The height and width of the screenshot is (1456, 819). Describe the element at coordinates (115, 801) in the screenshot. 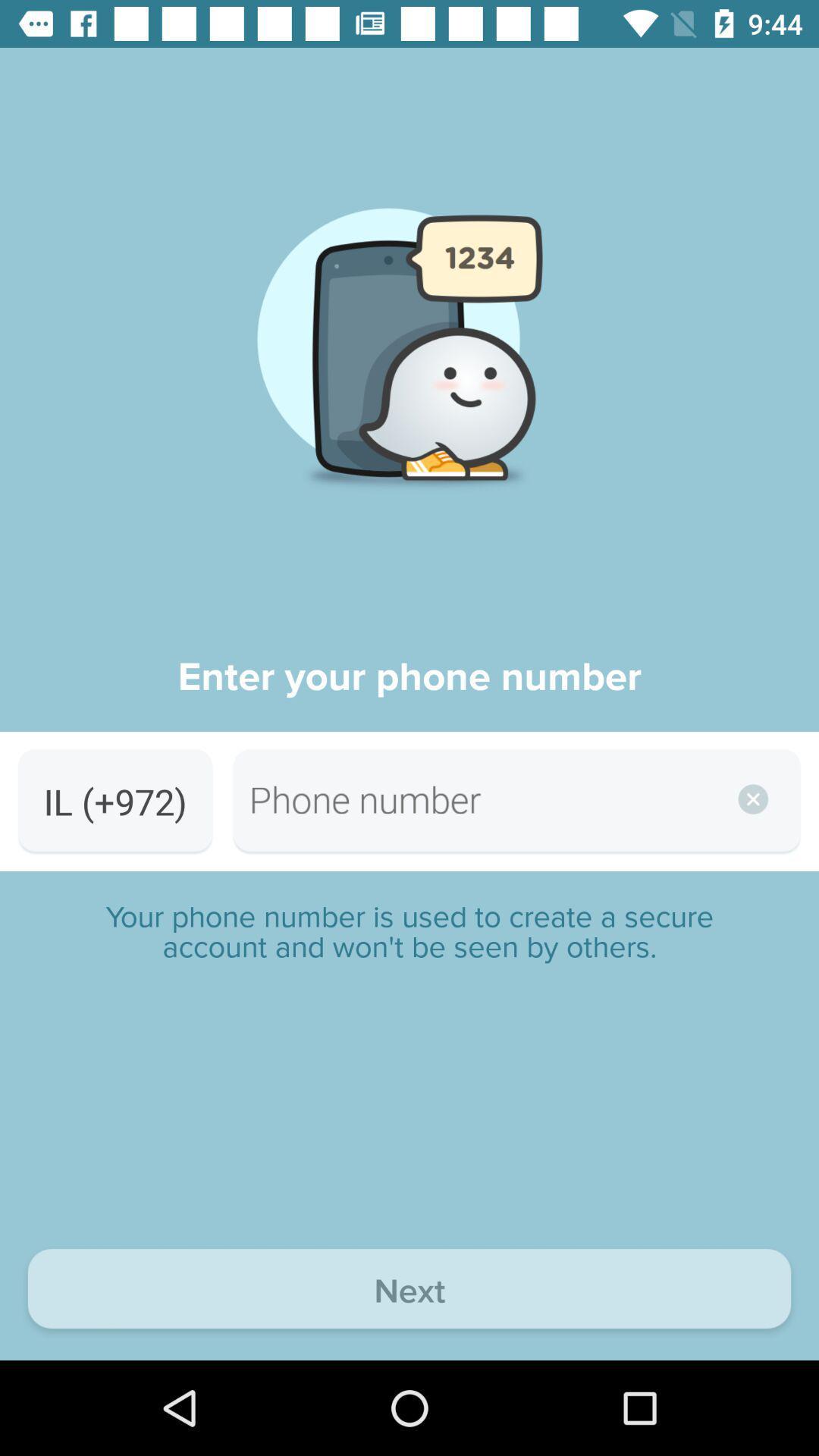

I see `the il (+972)` at that location.